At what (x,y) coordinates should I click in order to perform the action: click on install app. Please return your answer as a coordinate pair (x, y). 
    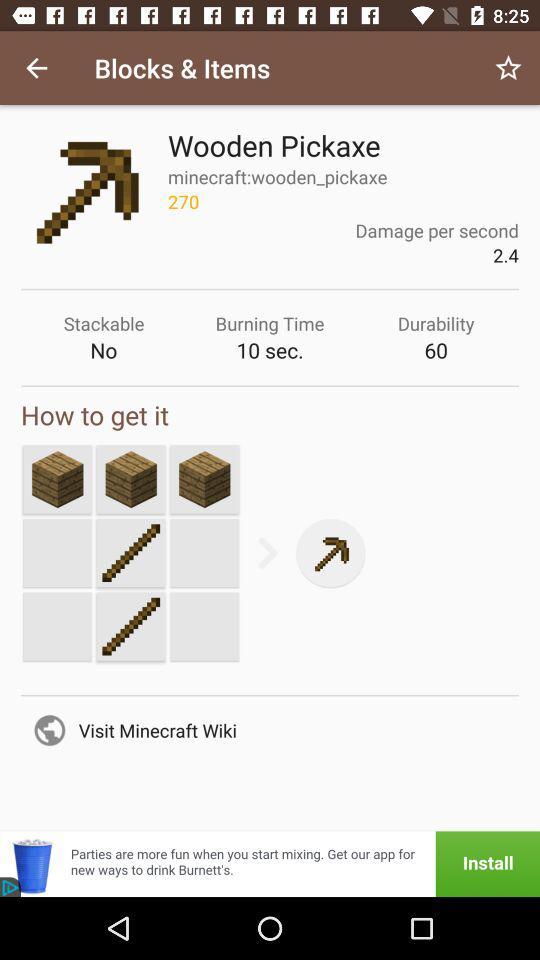
    Looking at the image, I should click on (270, 863).